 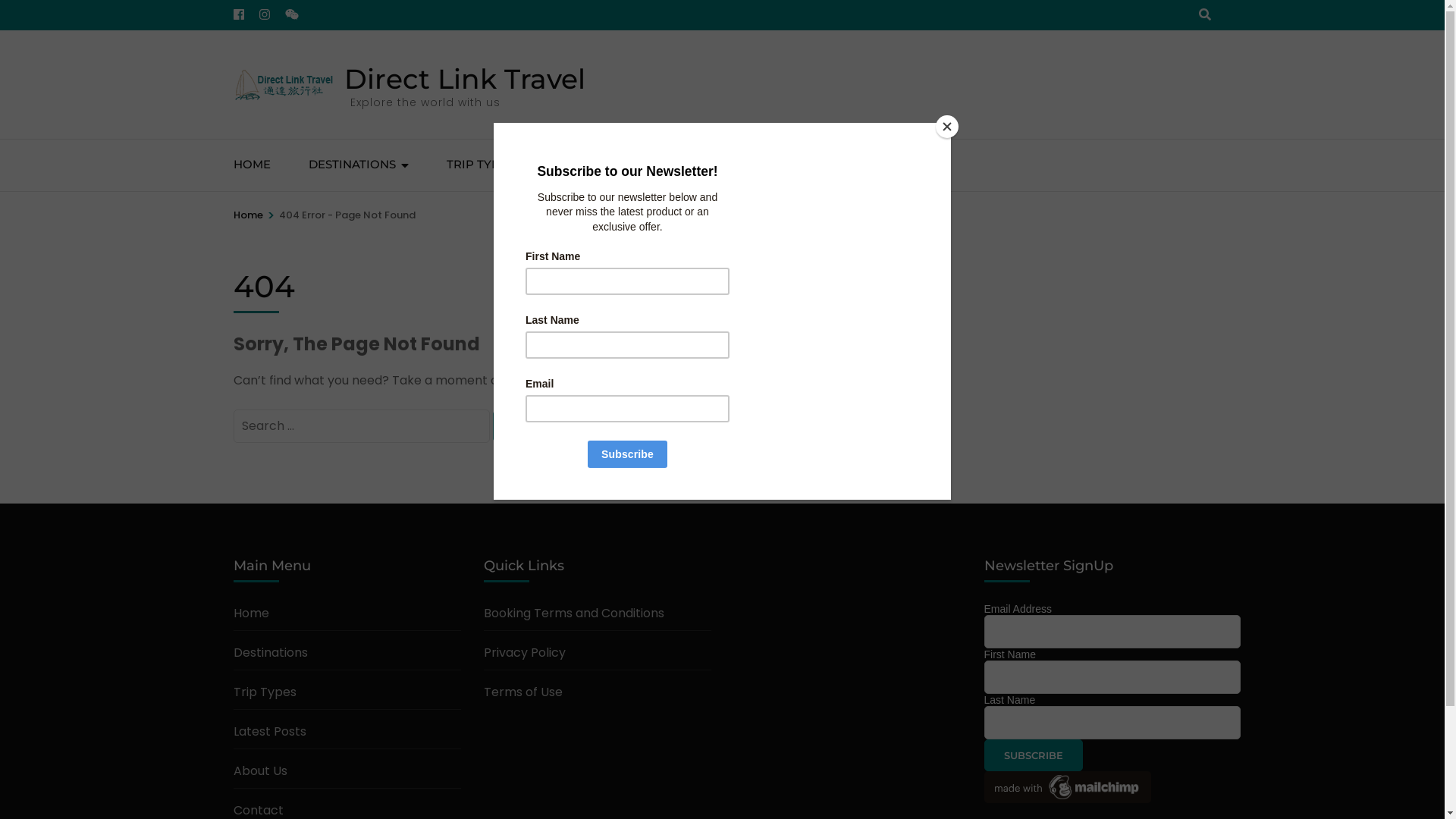 What do you see at coordinates (248, 215) in the screenshot?
I see `'Home'` at bounding box center [248, 215].